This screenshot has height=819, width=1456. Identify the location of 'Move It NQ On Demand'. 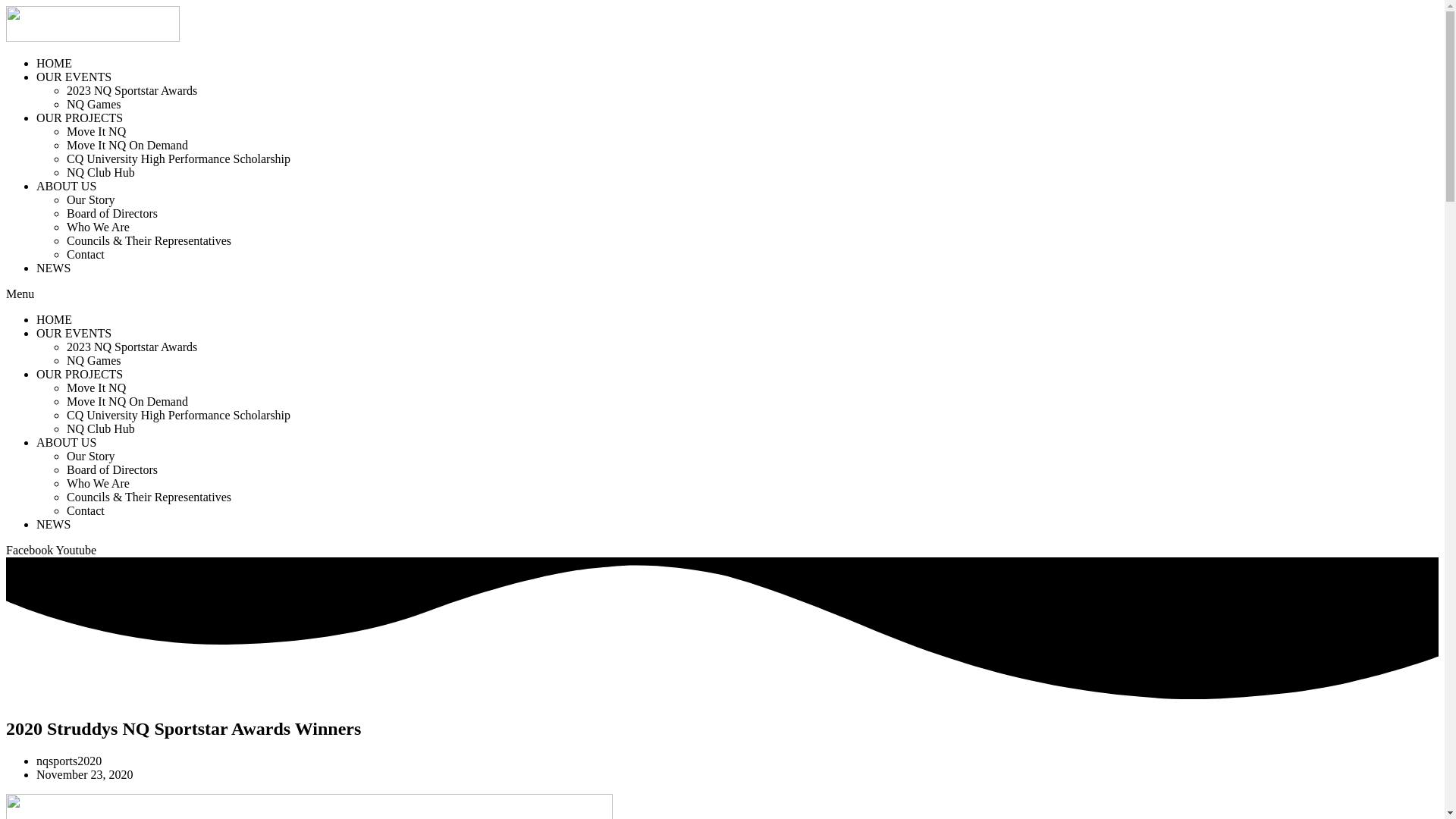
(127, 145).